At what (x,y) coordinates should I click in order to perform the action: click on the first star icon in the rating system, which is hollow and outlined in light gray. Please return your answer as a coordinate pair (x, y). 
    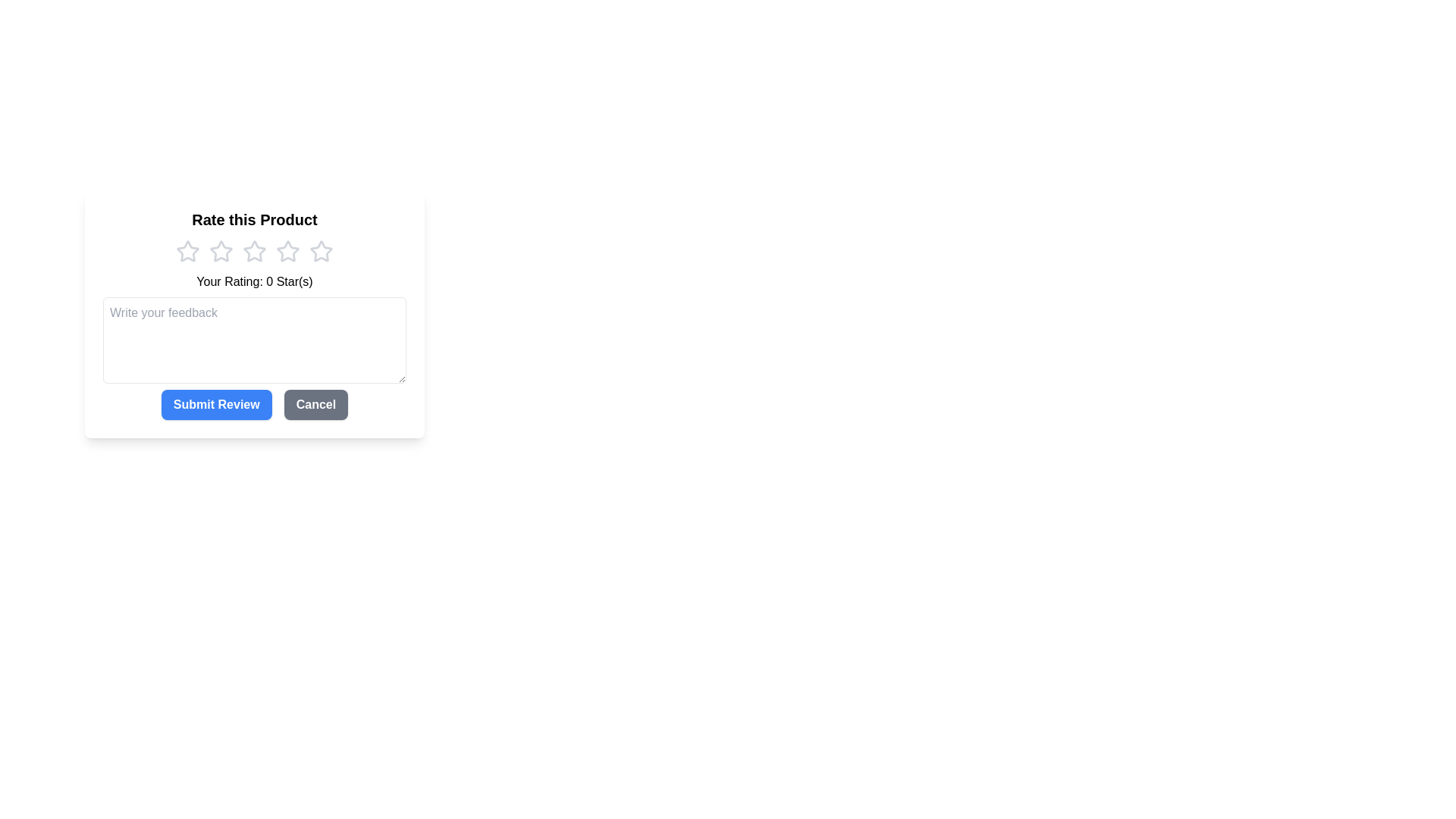
    Looking at the image, I should click on (187, 250).